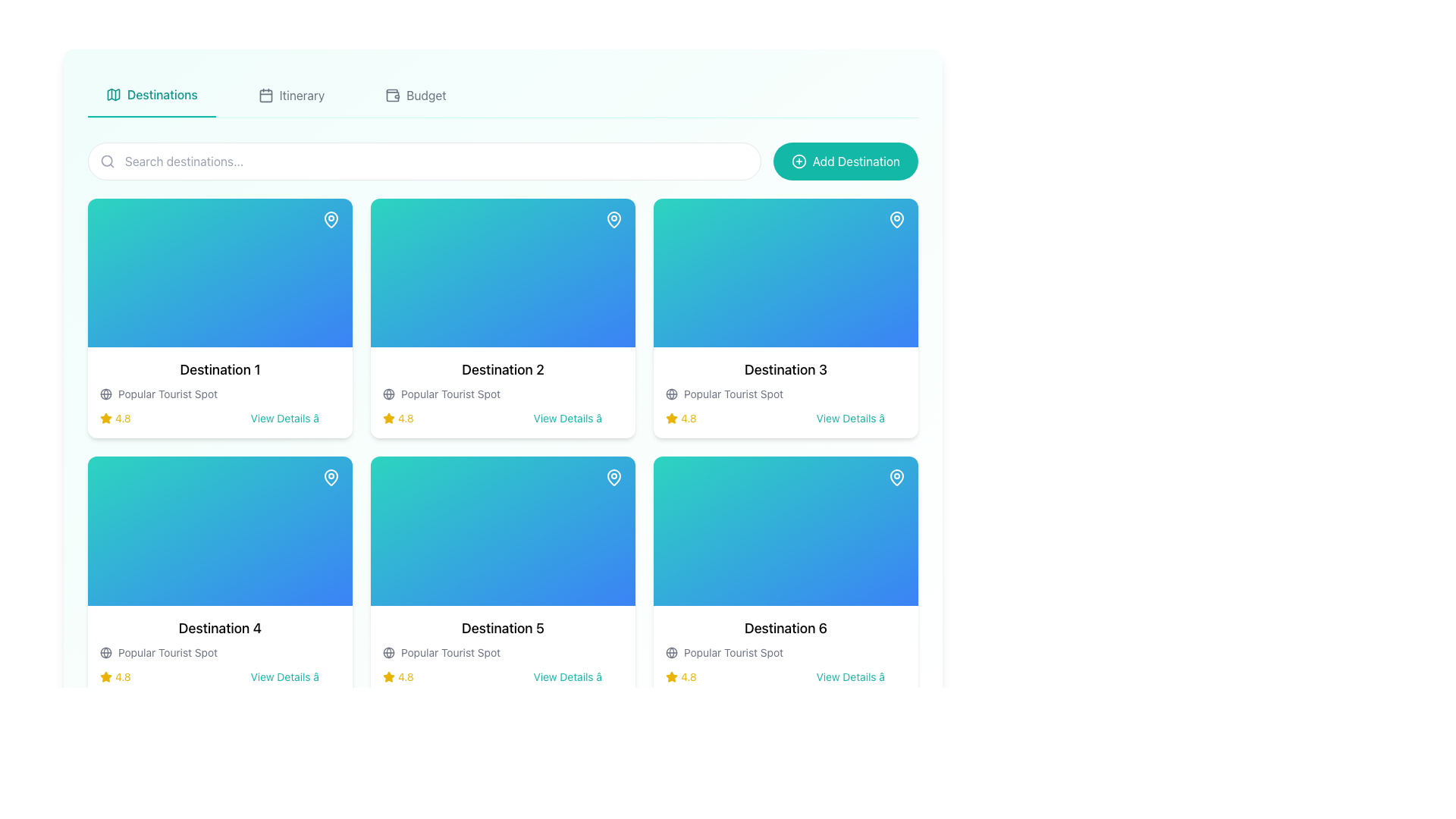 The width and height of the screenshot is (1456, 819). What do you see at coordinates (503, 370) in the screenshot?
I see `the static text label that provides the name or title of the destination in the second card of the Destinations section, located between 'Destination 1' and 'Destination 3'` at bounding box center [503, 370].